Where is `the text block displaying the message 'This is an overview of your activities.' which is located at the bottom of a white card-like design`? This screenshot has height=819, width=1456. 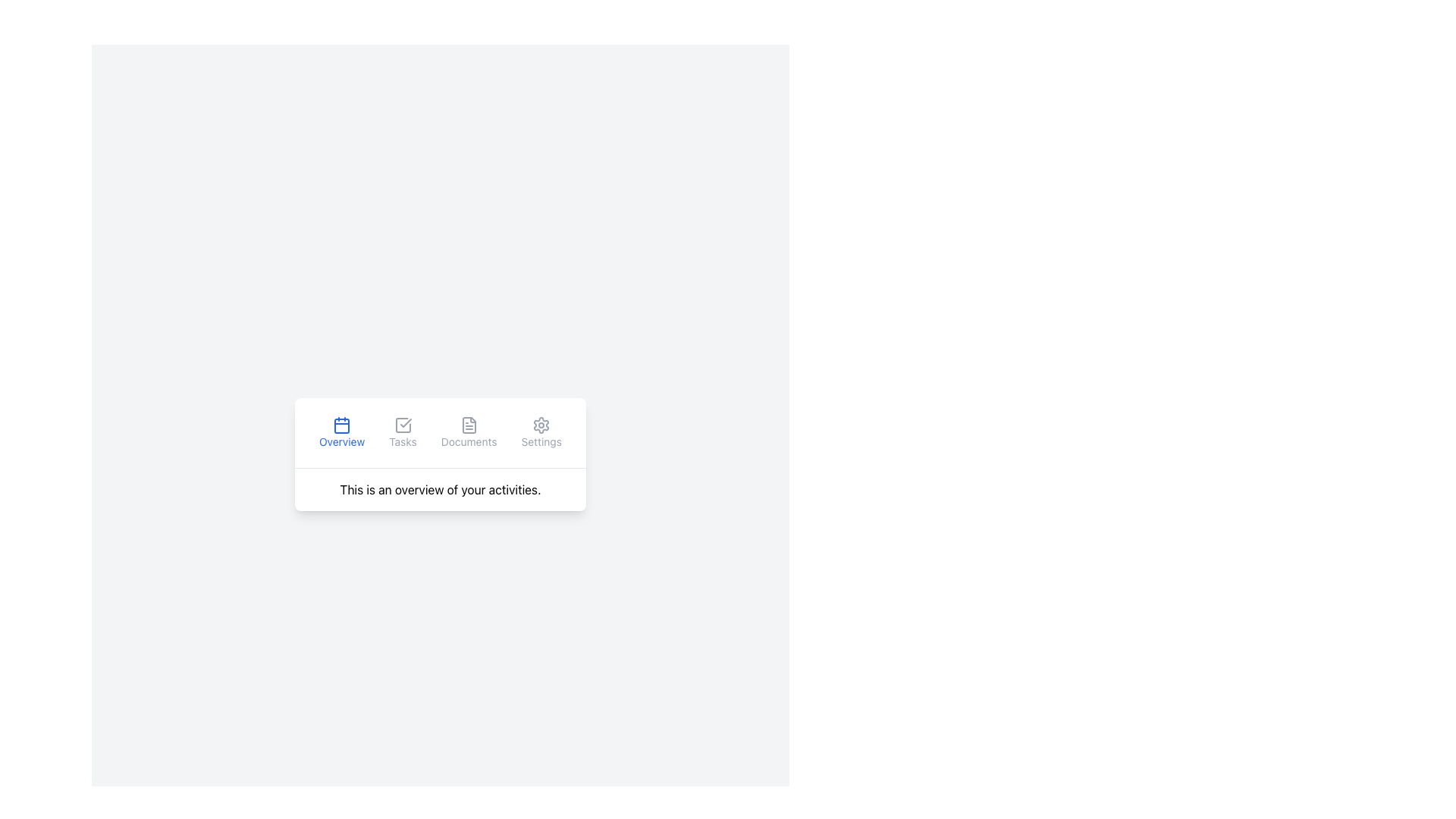
the text block displaying the message 'This is an overview of your activities.' which is located at the bottom of a white card-like design is located at coordinates (439, 488).